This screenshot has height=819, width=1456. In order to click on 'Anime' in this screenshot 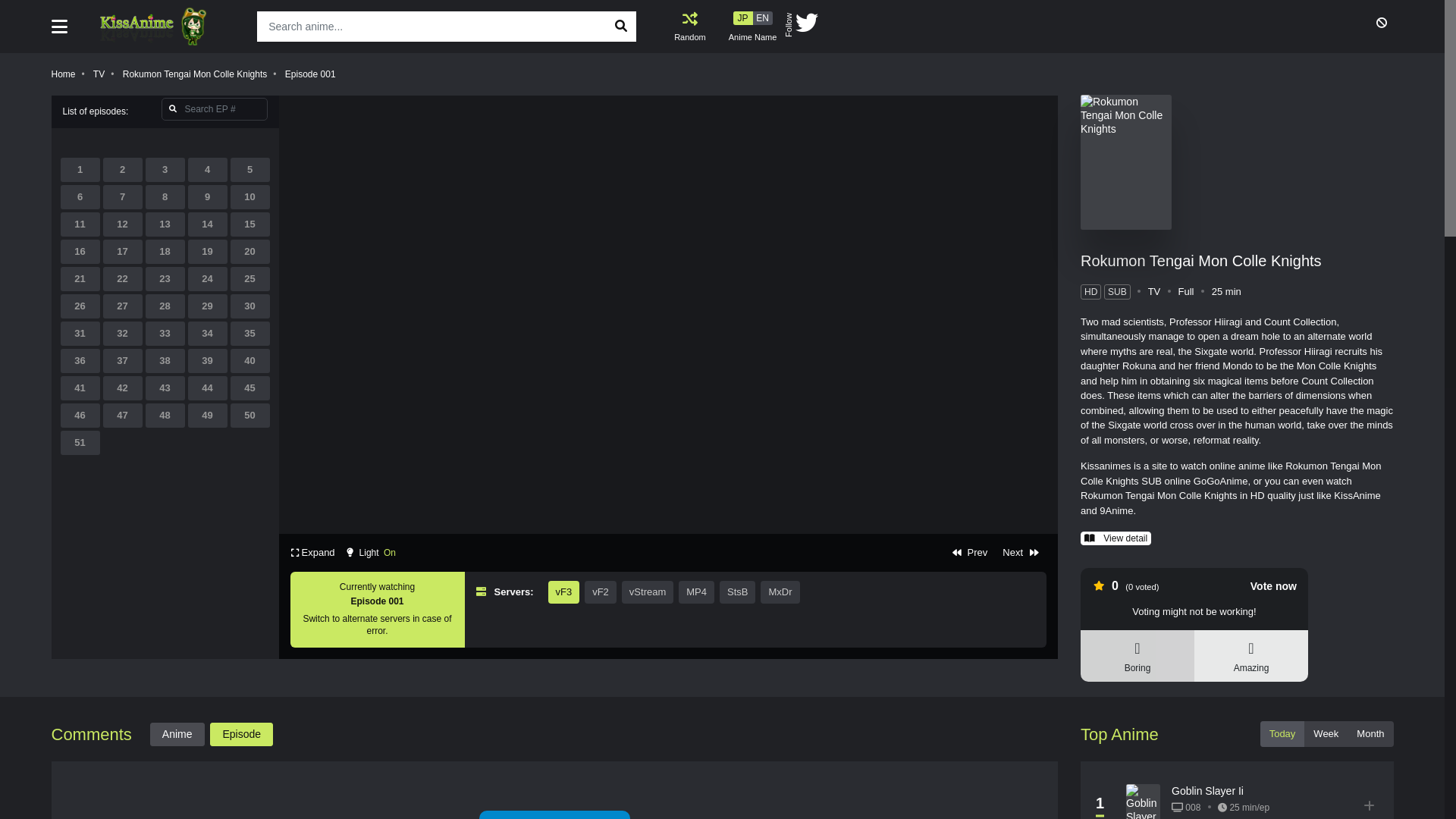, I will do `click(177, 733)`.